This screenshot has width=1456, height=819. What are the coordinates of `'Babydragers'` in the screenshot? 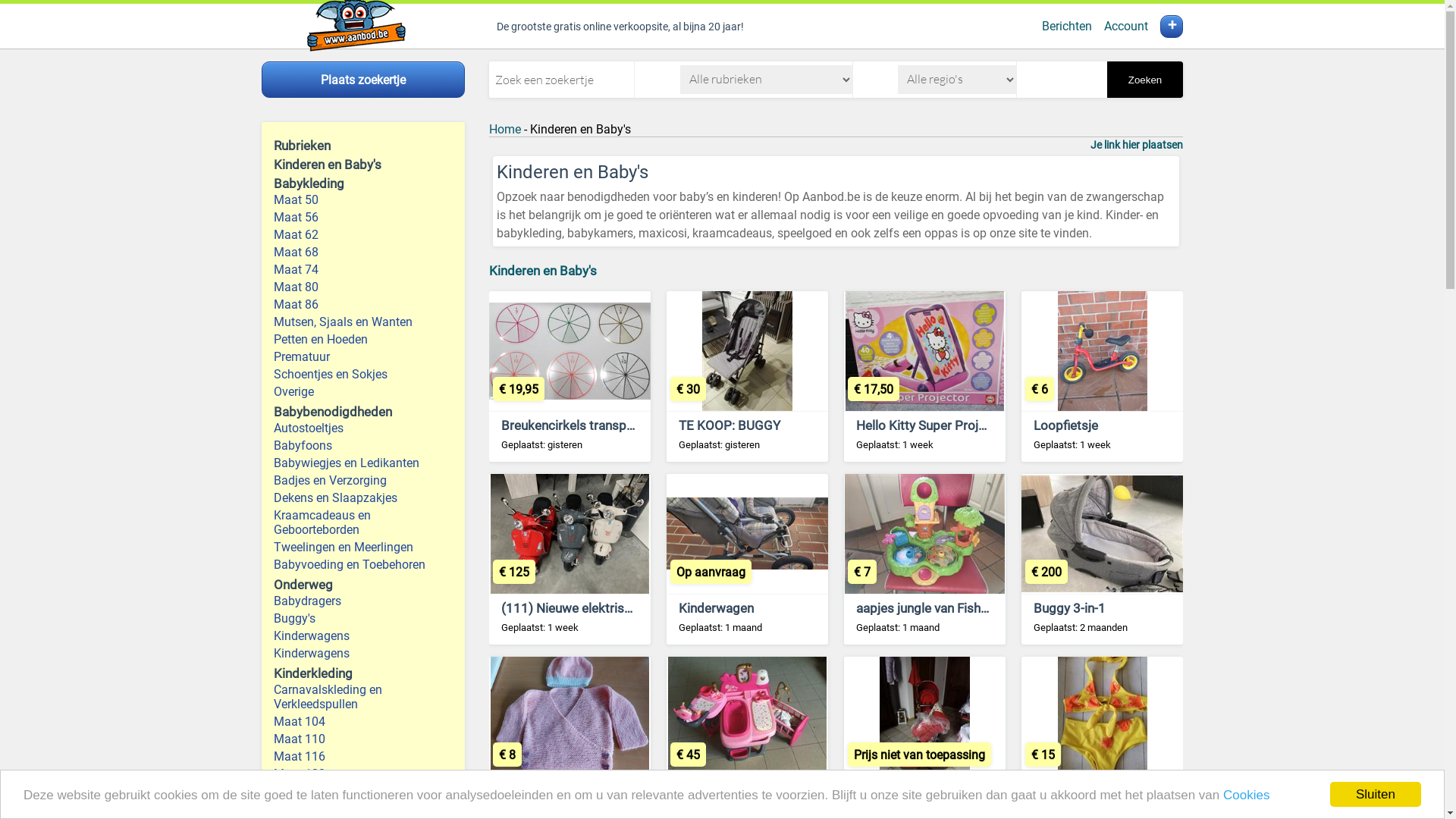 It's located at (362, 600).